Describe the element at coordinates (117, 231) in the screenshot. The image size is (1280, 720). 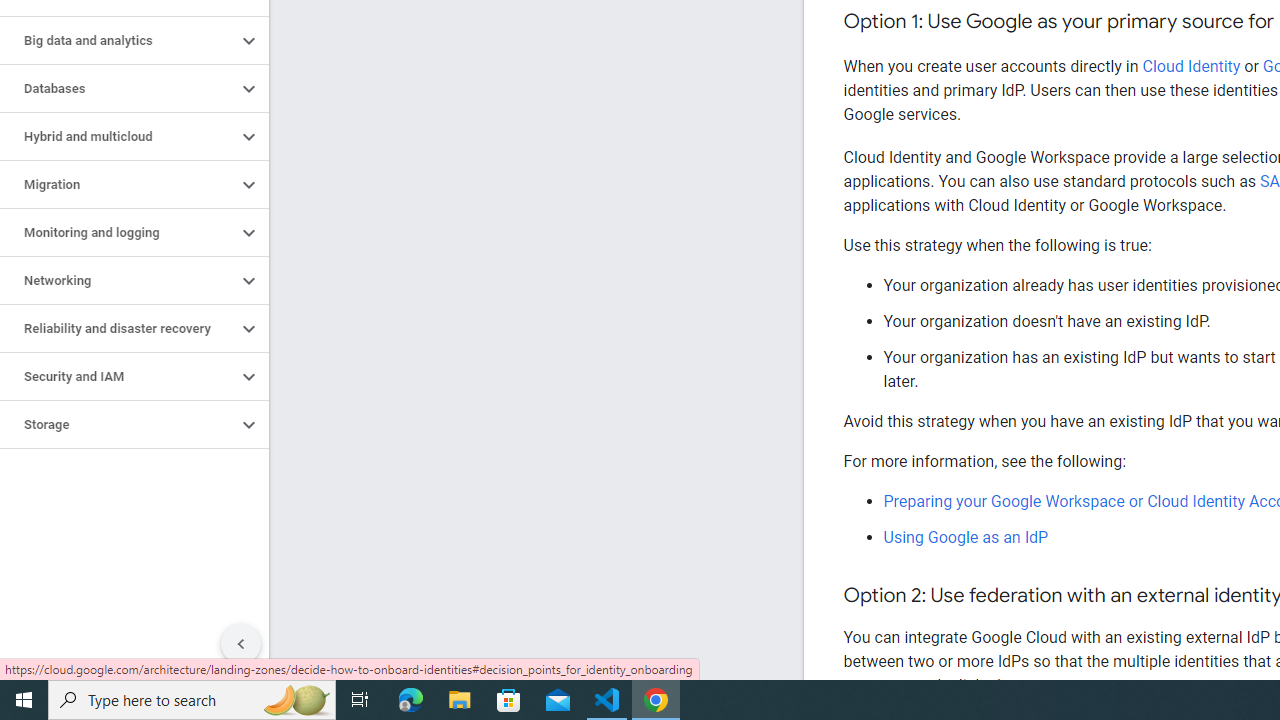
I see `'Monitoring and logging'` at that location.